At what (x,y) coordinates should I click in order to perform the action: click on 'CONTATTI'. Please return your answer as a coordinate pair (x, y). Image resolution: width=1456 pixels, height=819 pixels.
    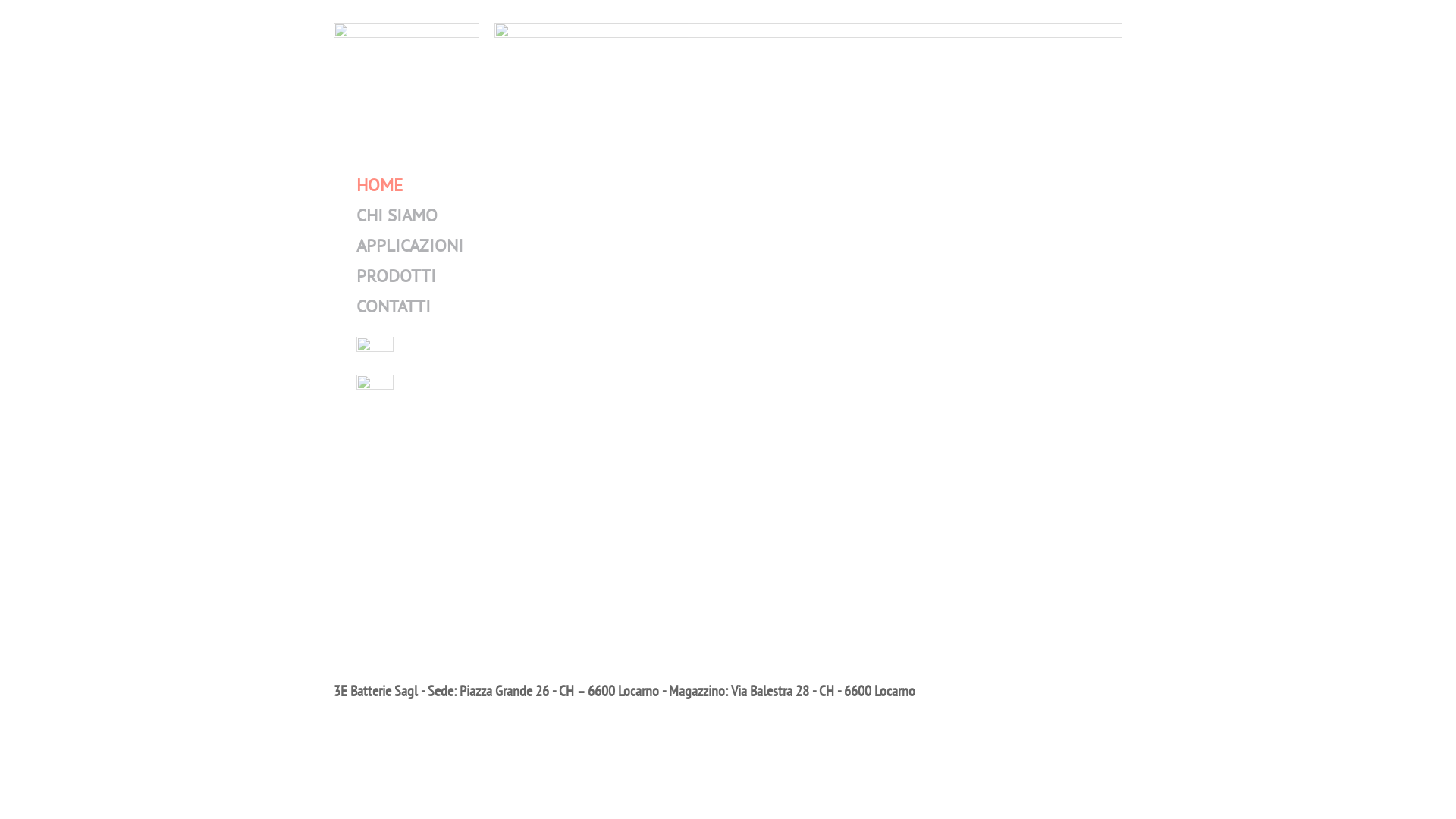
    Looking at the image, I should click on (393, 306).